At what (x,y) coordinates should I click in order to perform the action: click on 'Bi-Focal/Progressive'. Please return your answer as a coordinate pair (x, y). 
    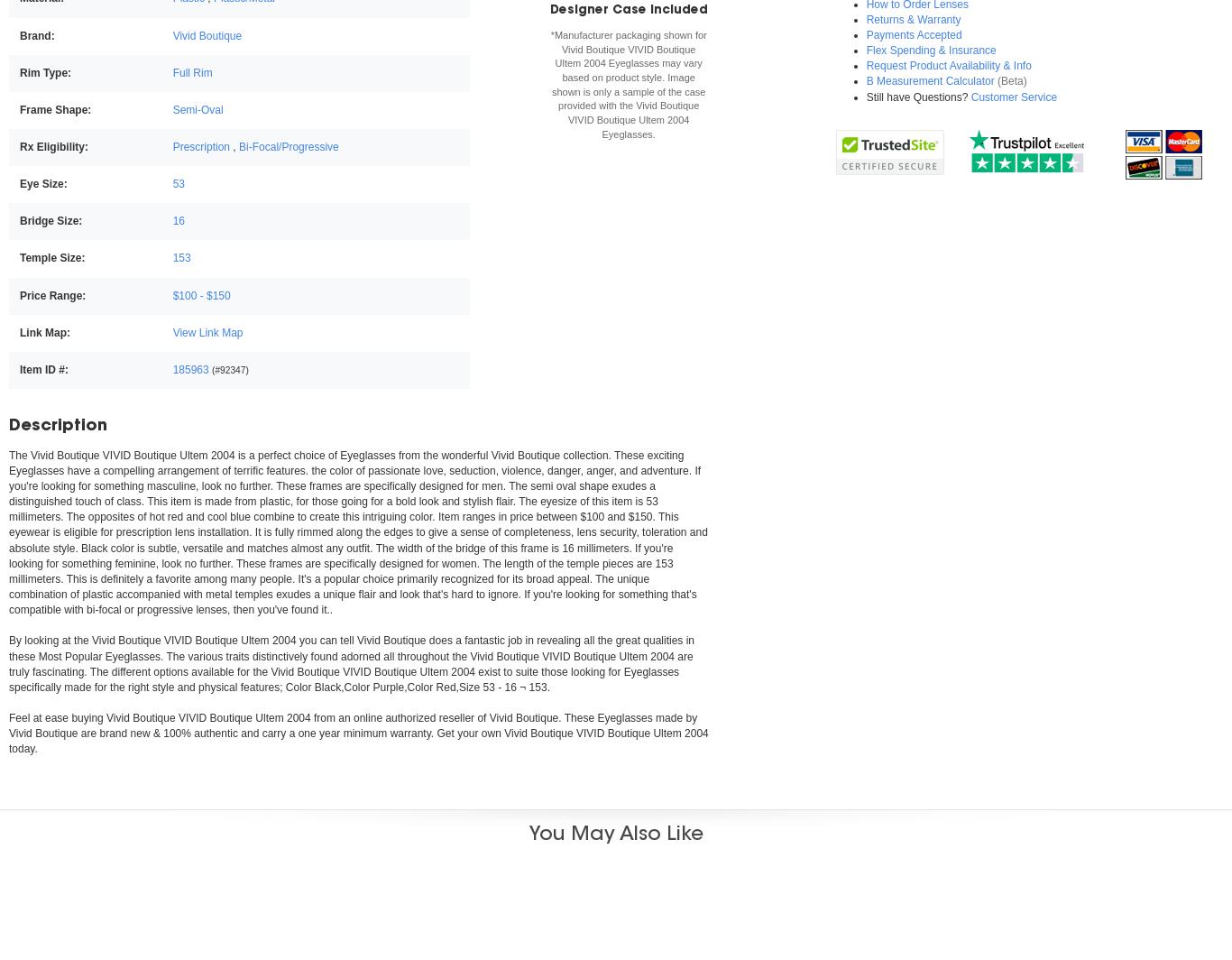
    Looking at the image, I should click on (239, 147).